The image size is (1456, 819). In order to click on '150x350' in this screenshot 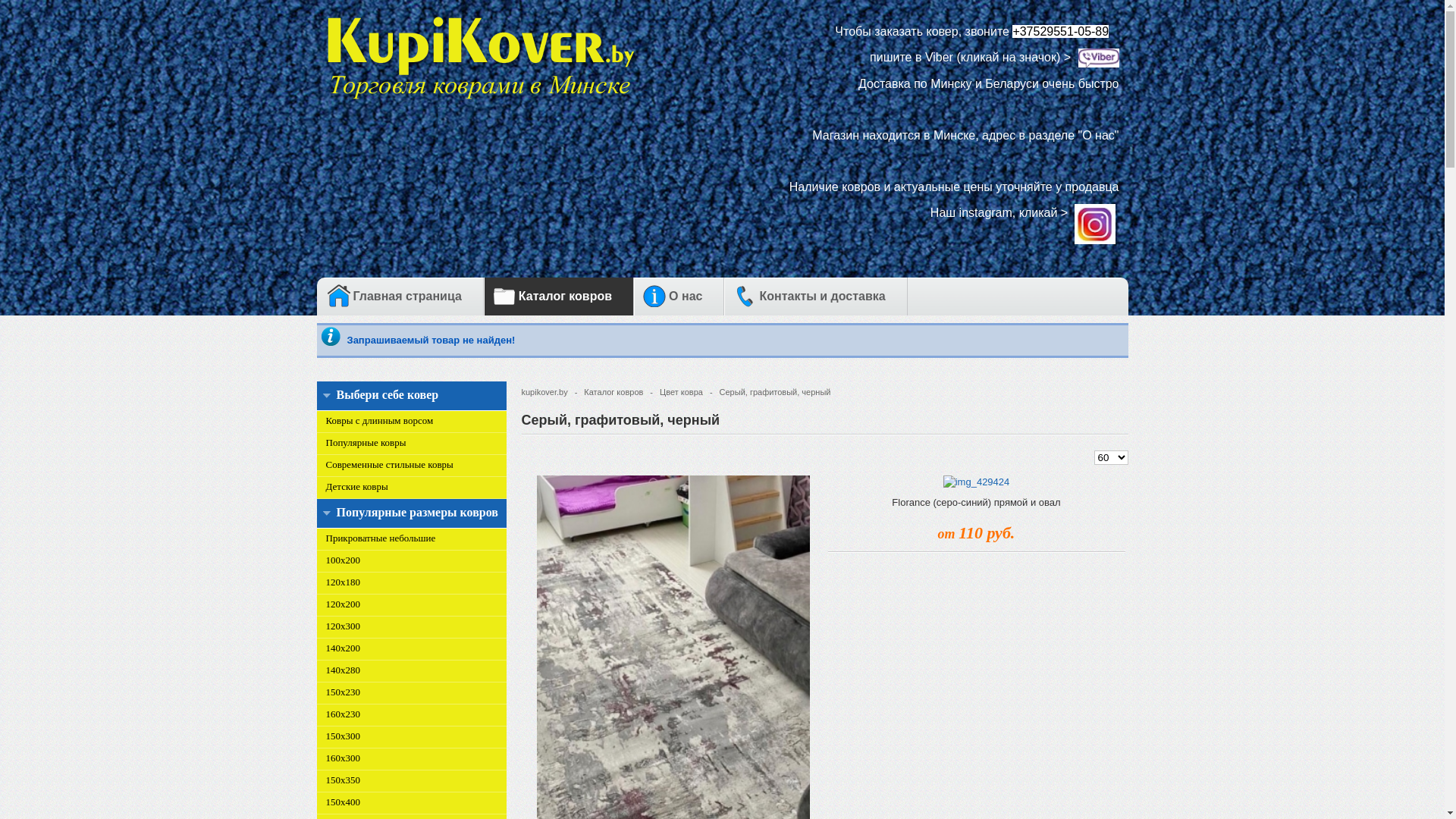, I will do `click(325, 779)`.